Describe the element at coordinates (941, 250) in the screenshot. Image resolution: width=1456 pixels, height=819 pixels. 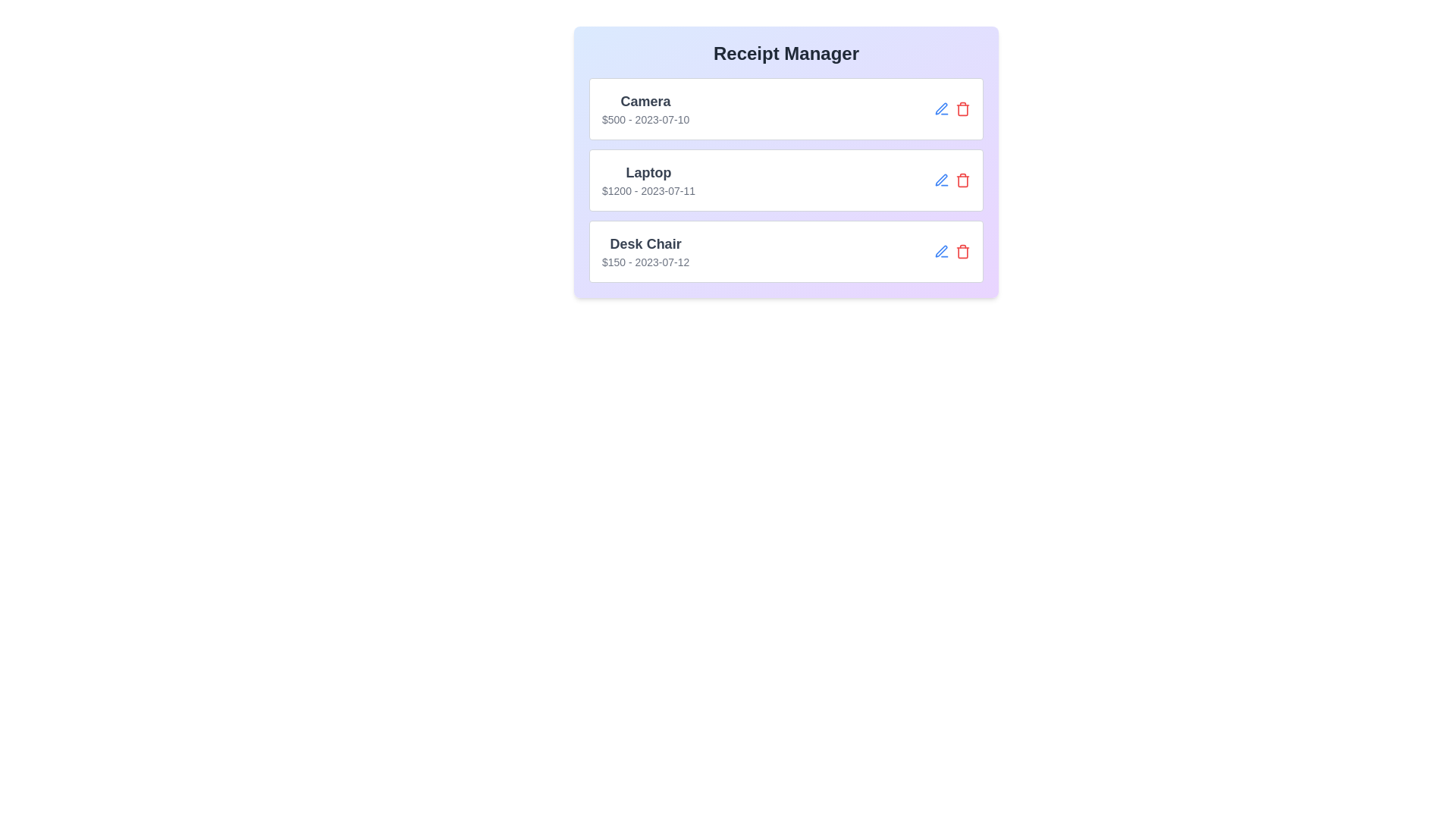
I see `the edit button for the receipt entry corresponding to Desk Chair` at that location.